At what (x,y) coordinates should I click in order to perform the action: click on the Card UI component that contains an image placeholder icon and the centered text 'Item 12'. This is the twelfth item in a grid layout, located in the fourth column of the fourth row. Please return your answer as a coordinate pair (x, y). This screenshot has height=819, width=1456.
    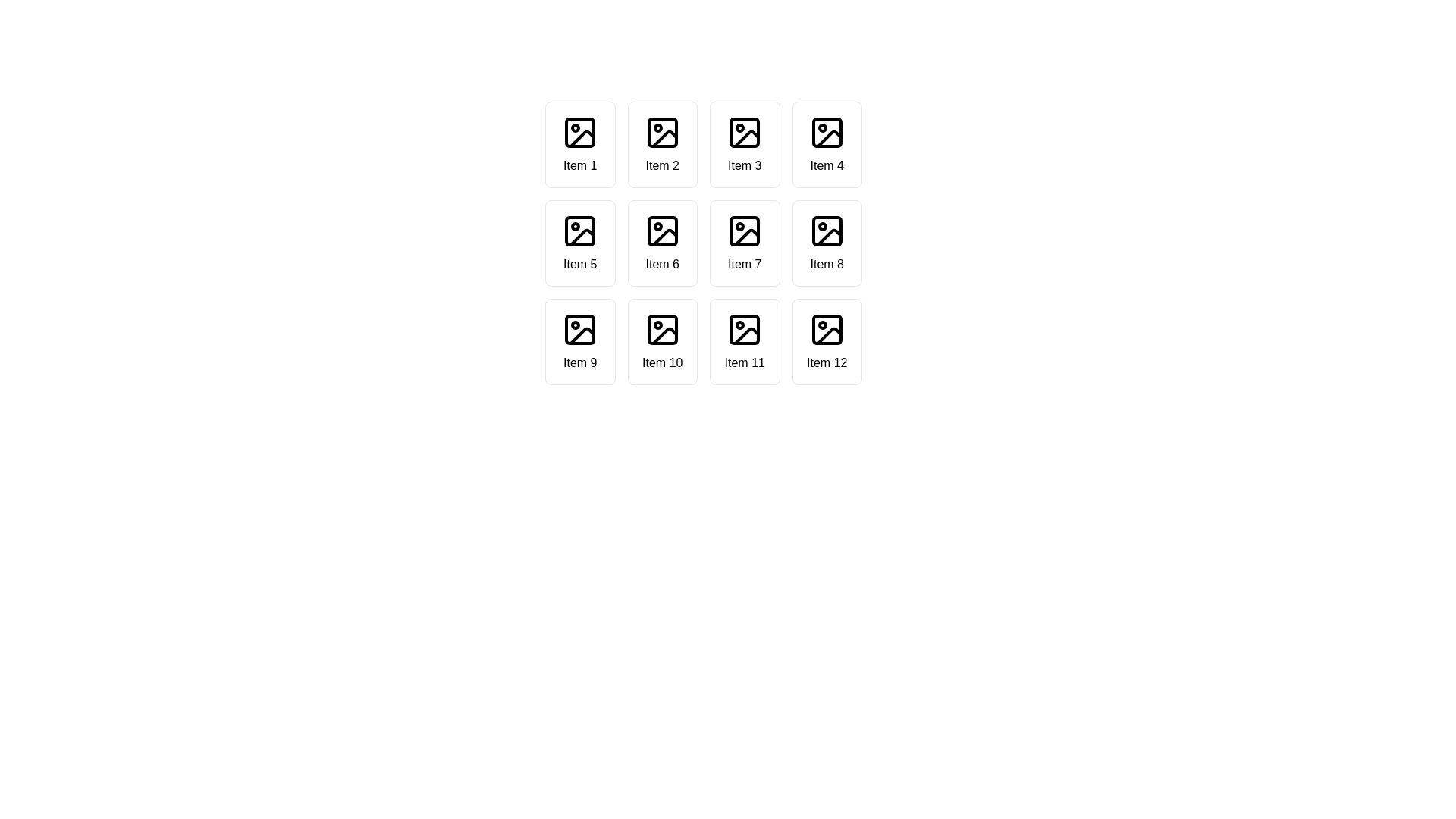
    Looking at the image, I should click on (826, 342).